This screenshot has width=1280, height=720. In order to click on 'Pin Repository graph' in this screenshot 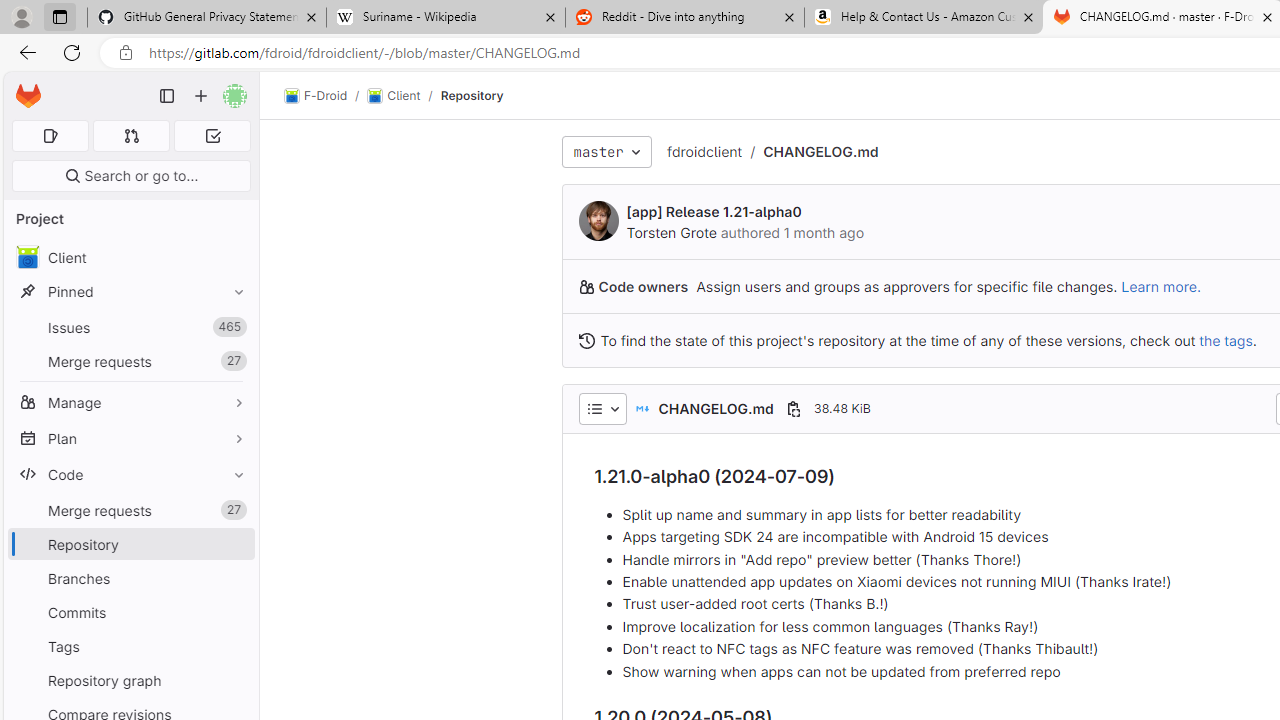, I will do `click(234, 679)`.